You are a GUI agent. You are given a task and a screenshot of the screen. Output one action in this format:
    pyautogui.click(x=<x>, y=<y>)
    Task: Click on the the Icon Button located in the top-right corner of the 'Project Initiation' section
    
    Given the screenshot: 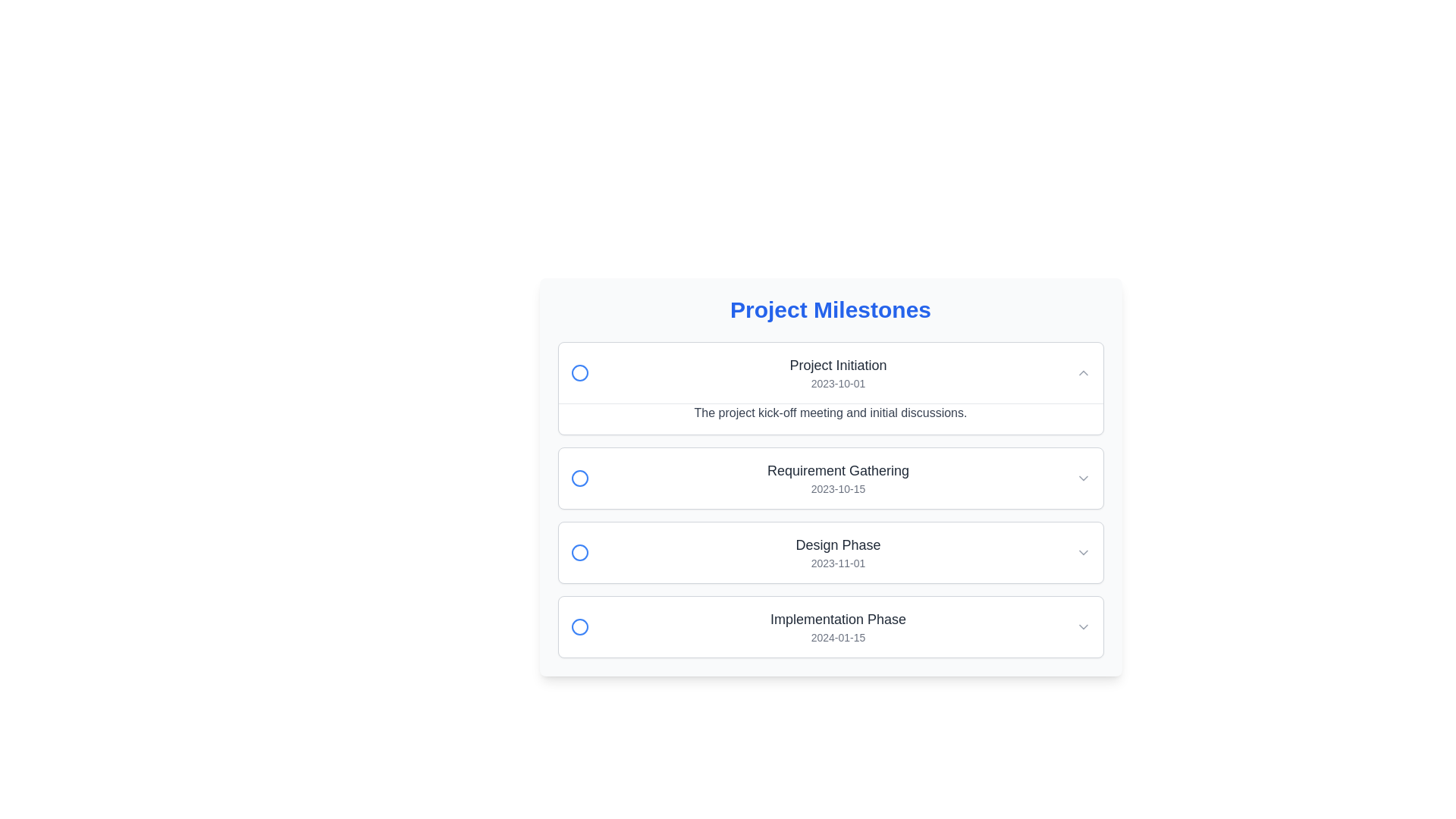 What is the action you would take?
    pyautogui.click(x=1082, y=373)
    